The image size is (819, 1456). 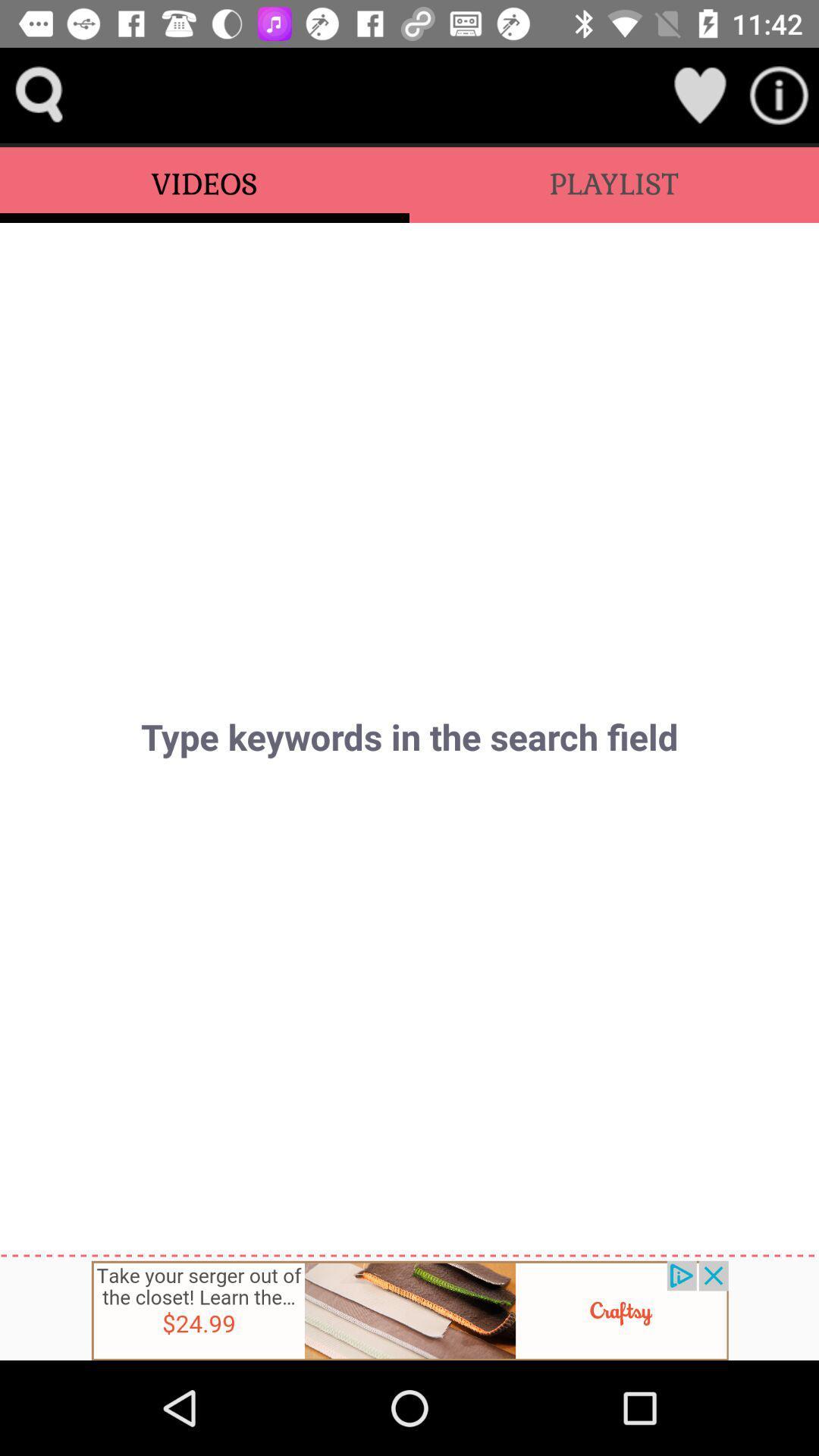 I want to click on information, so click(x=779, y=94).